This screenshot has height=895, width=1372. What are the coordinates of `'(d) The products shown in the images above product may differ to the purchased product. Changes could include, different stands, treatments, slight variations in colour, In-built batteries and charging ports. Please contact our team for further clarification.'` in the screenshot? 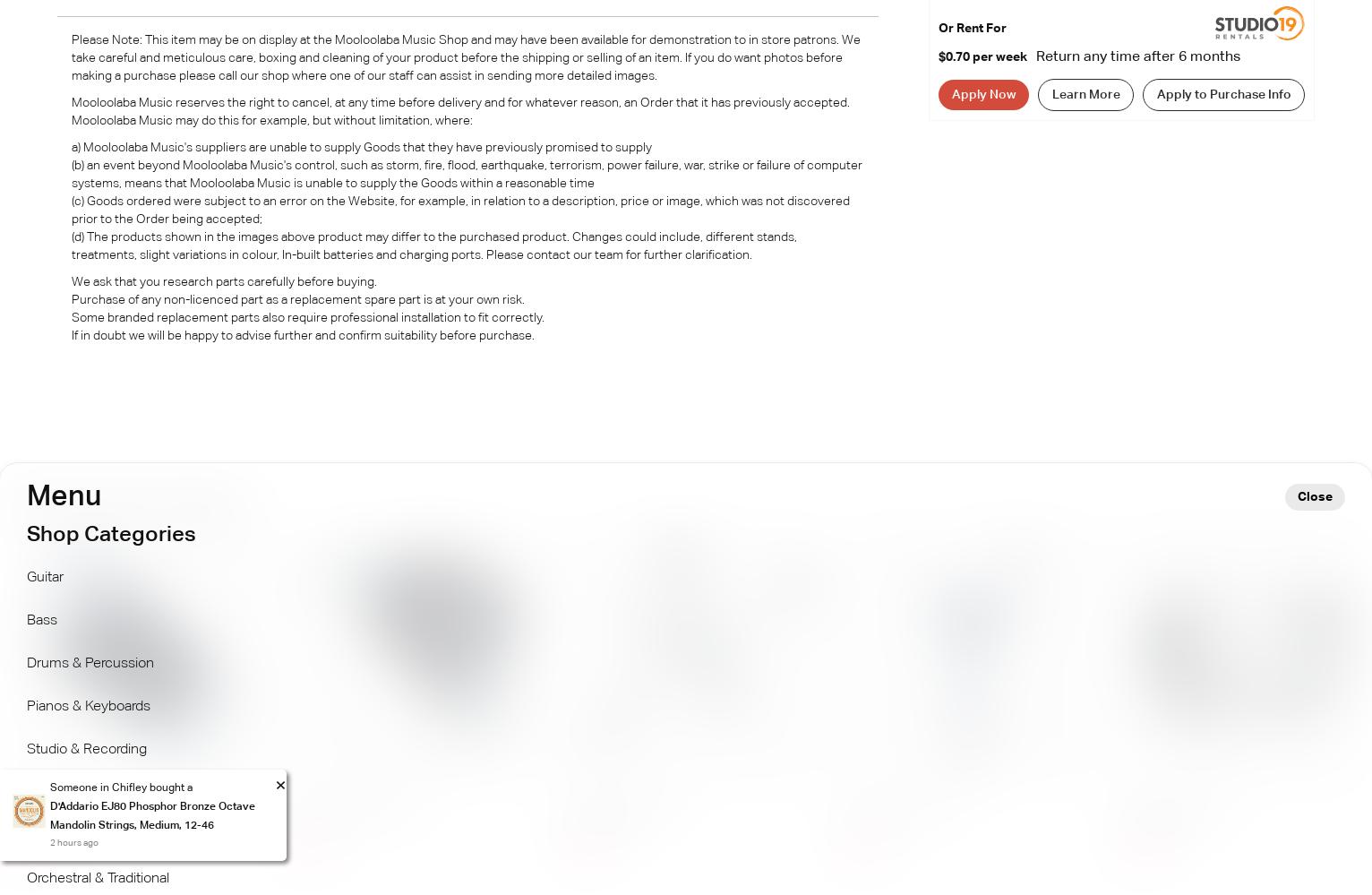 It's located at (433, 245).